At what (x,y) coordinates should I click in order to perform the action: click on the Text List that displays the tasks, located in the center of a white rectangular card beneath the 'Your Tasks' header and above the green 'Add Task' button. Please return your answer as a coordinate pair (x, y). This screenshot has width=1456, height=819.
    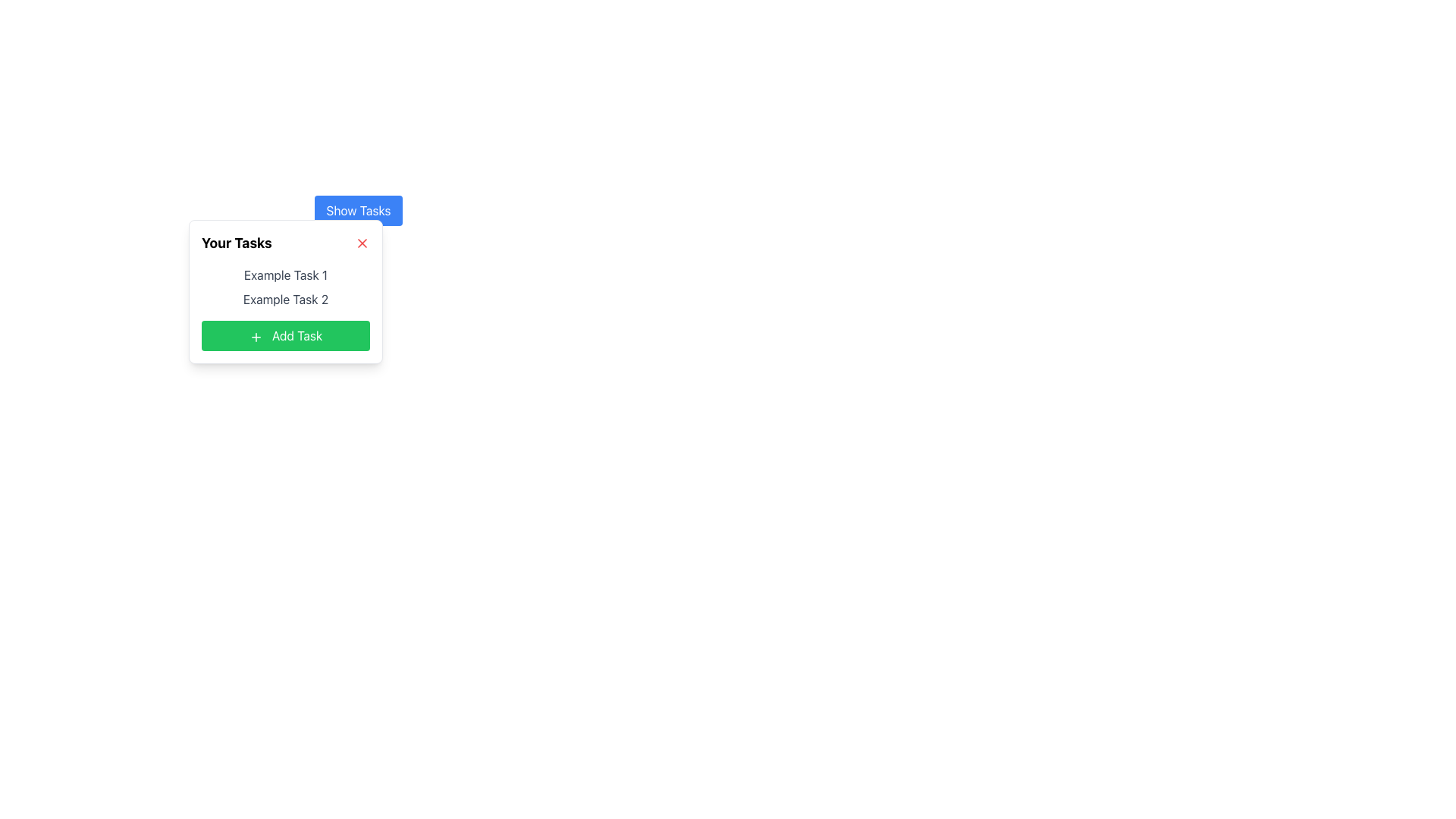
    Looking at the image, I should click on (286, 287).